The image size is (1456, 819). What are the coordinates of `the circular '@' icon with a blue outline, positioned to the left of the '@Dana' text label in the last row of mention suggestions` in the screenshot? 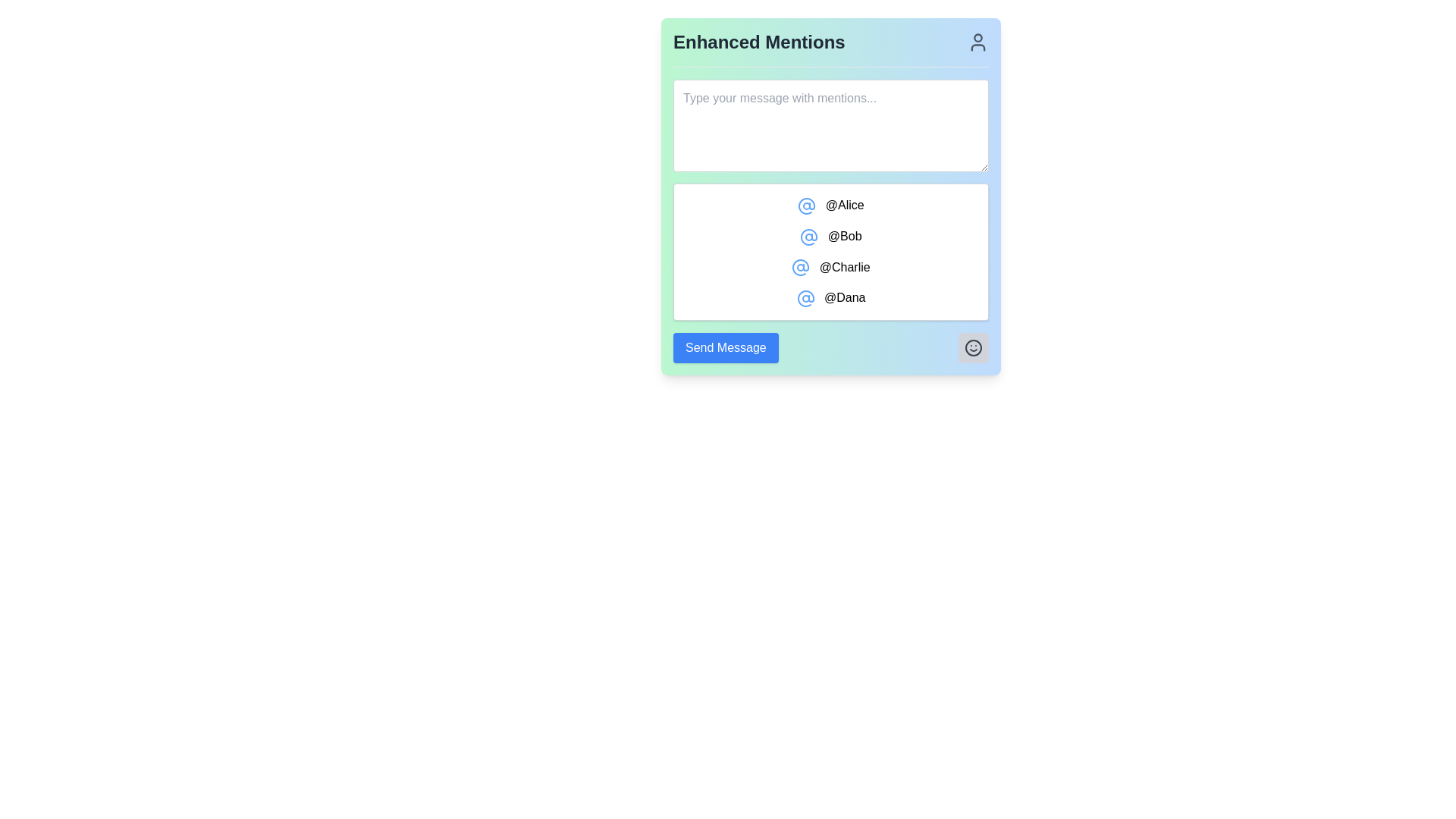 It's located at (805, 299).